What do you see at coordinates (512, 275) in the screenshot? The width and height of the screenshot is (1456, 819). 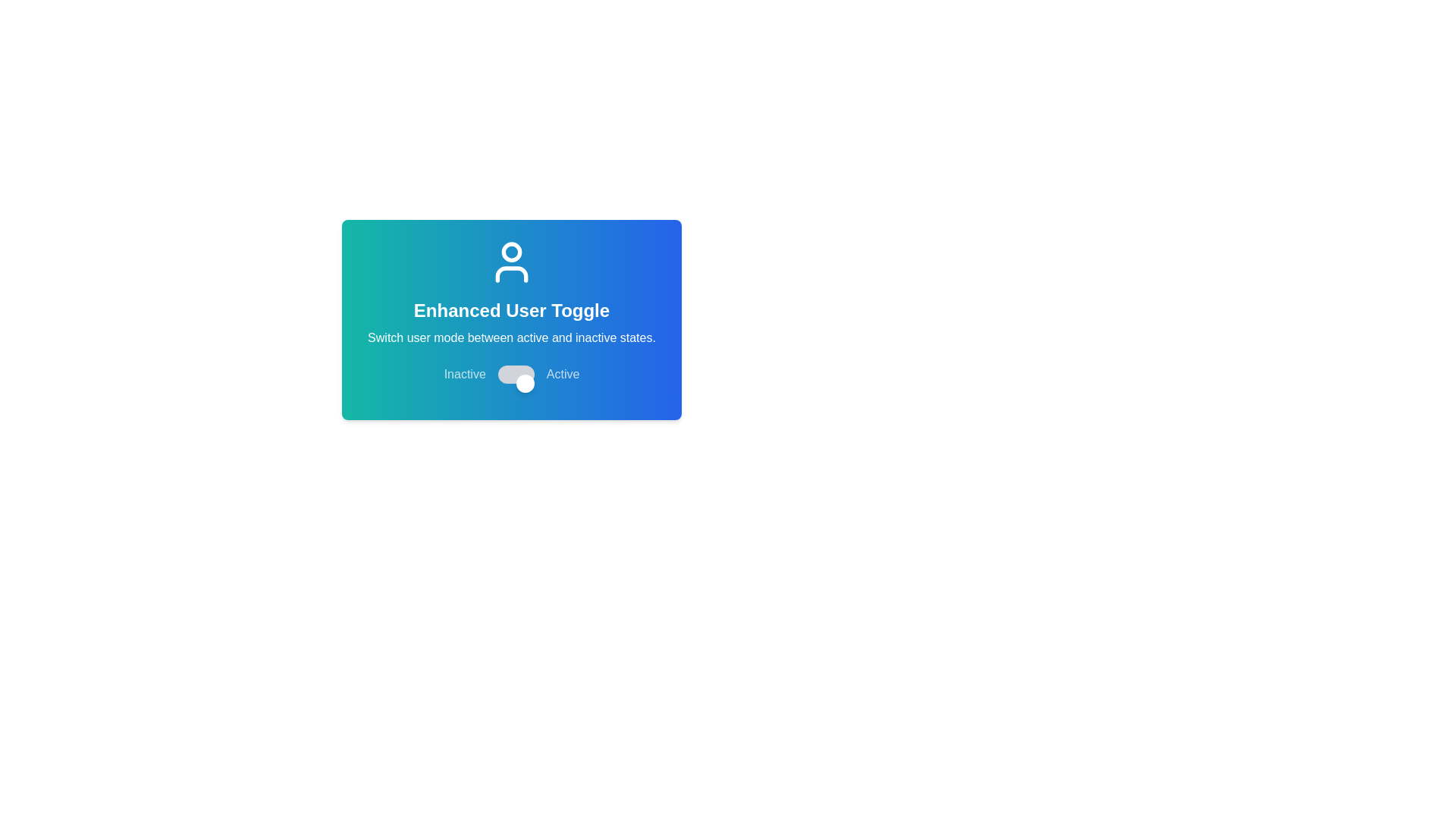 I see `the curved rectangular shape below the circular outline of the user icon located at the top of the card with a gradient blue-green background` at bounding box center [512, 275].